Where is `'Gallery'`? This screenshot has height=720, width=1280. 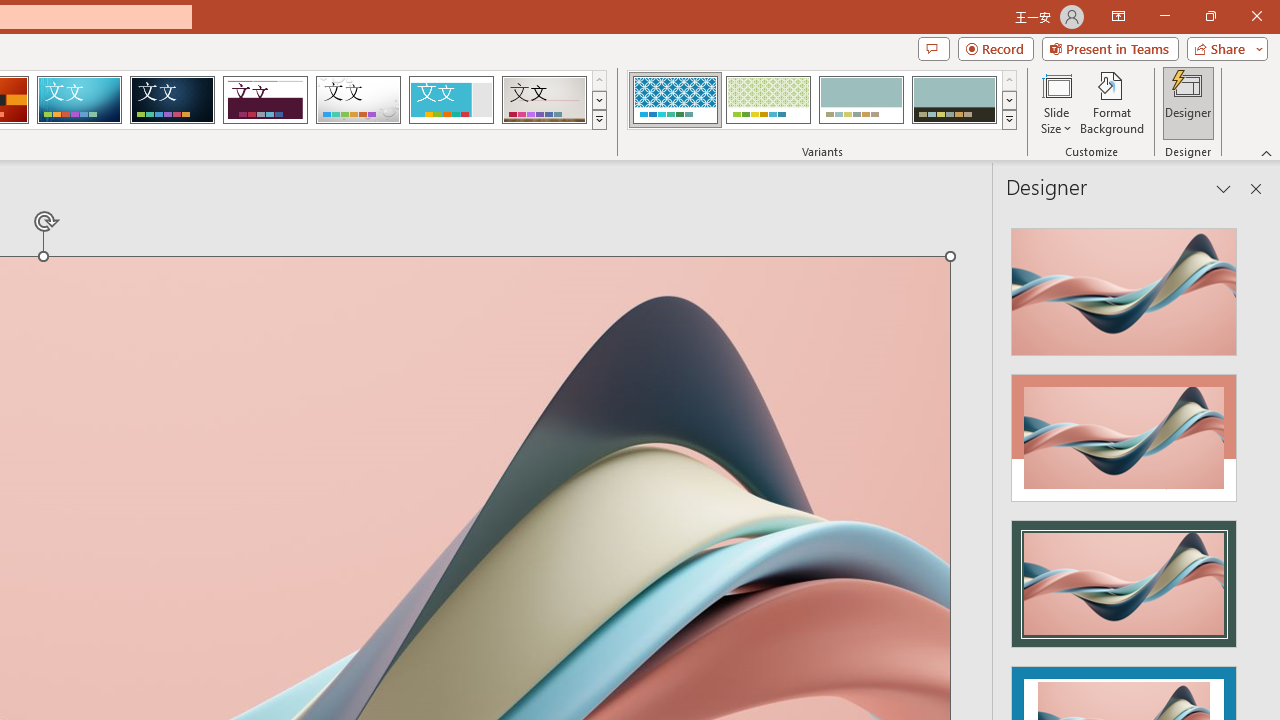 'Gallery' is located at coordinates (544, 100).